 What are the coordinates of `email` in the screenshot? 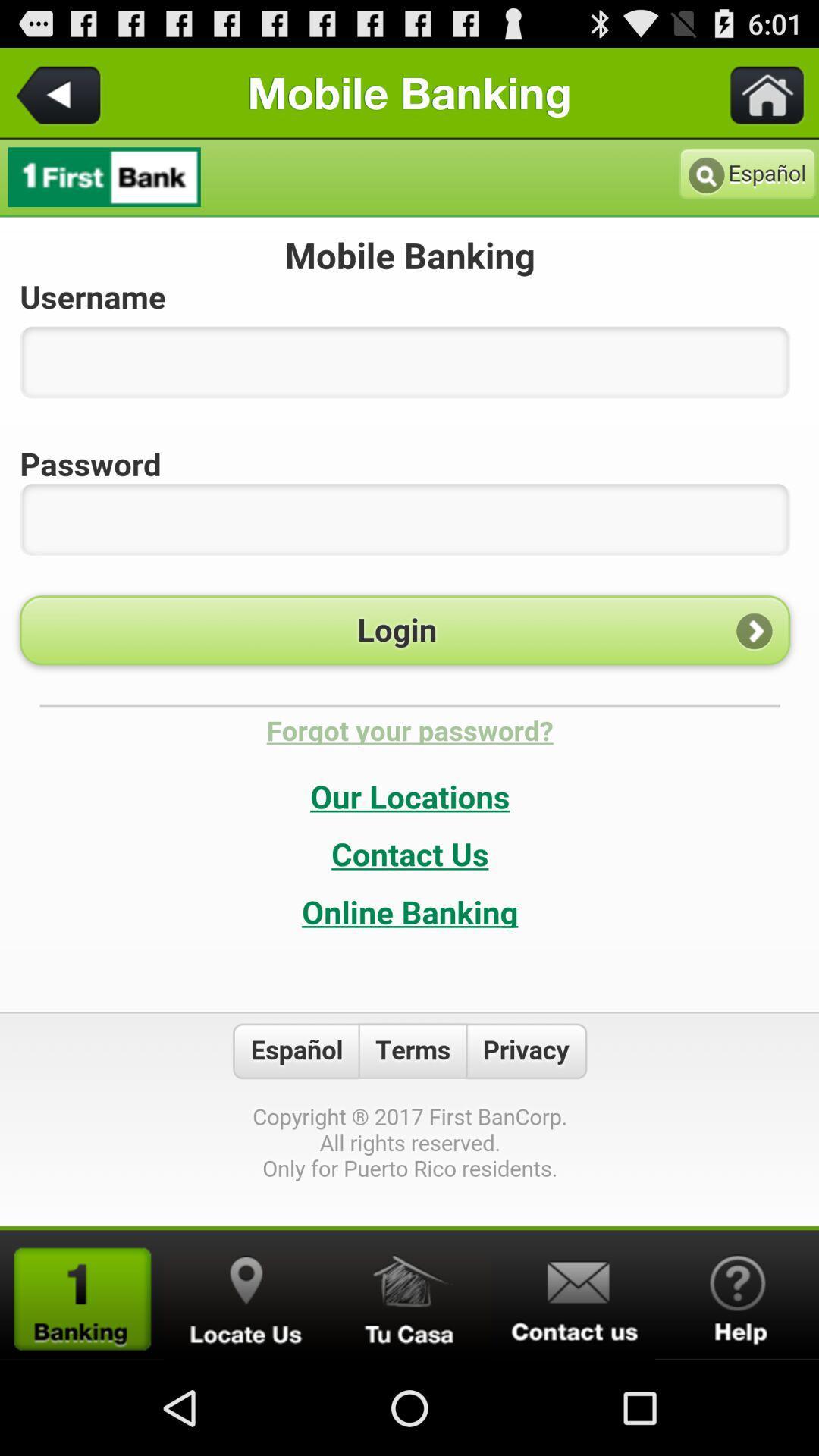 It's located at (573, 1294).